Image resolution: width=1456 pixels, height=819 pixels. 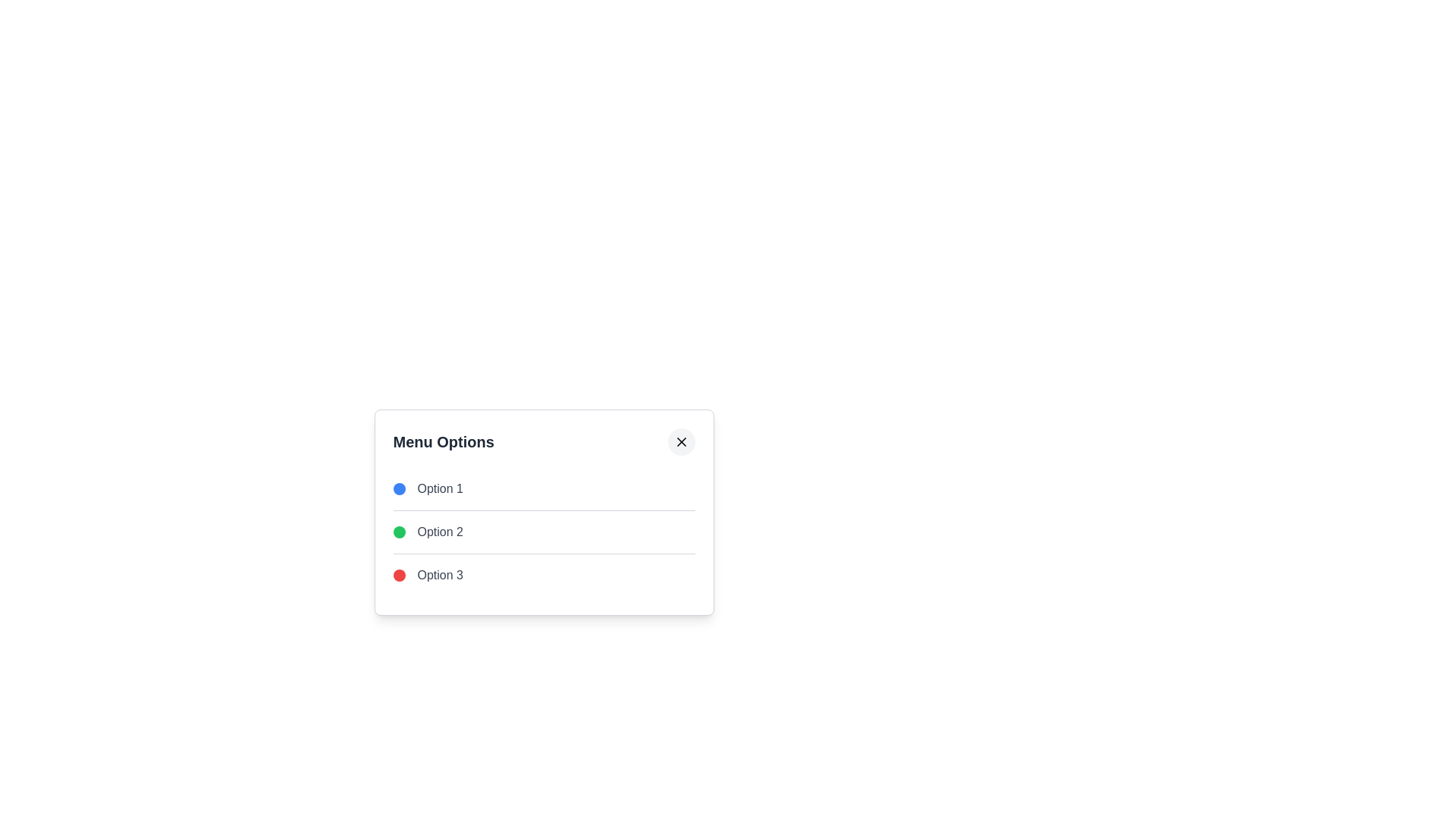 I want to click on the text label displaying 'Option 2', so click(x=439, y=532).